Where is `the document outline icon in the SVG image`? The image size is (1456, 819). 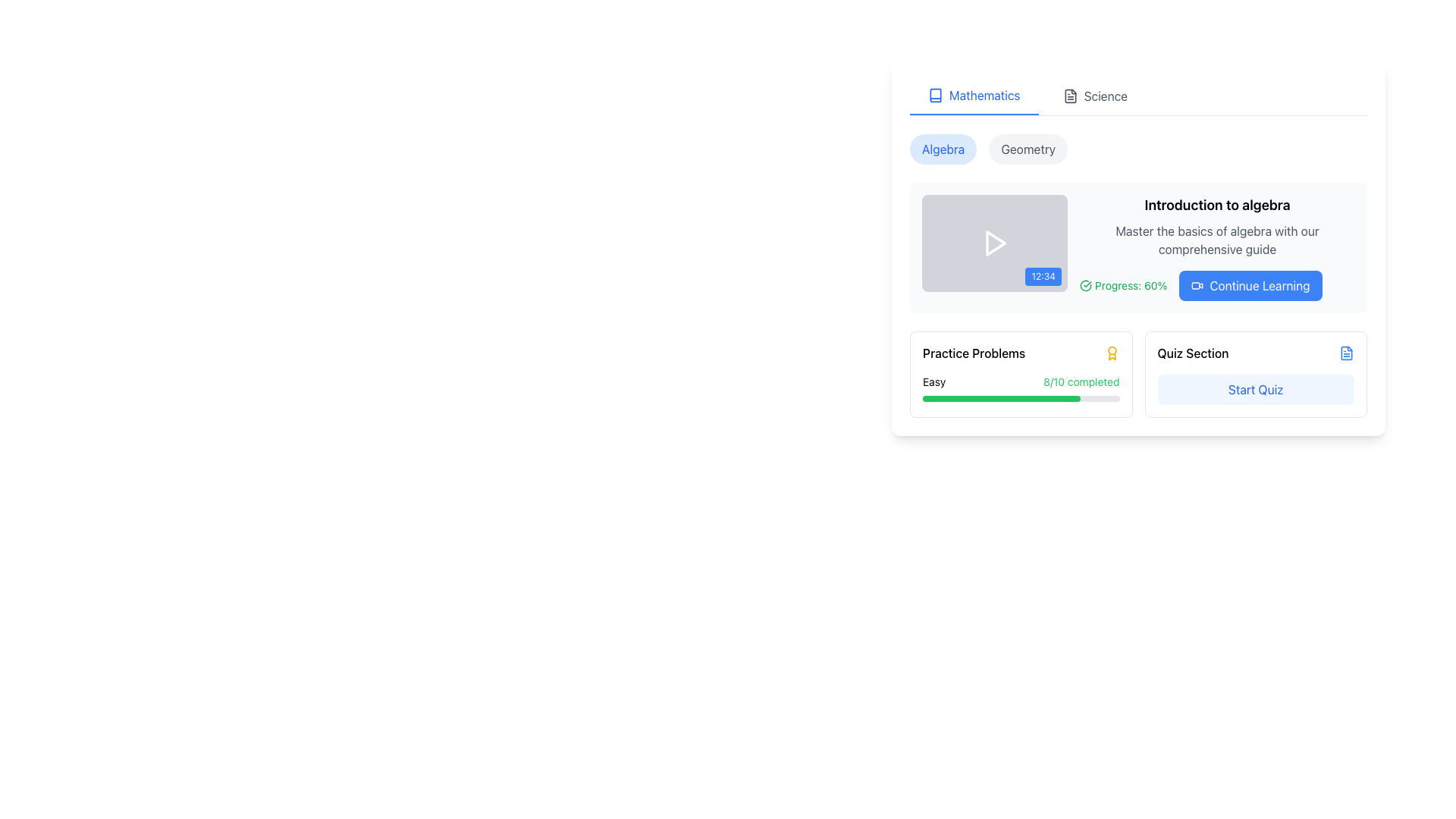
the document outline icon in the SVG image is located at coordinates (1347, 353).